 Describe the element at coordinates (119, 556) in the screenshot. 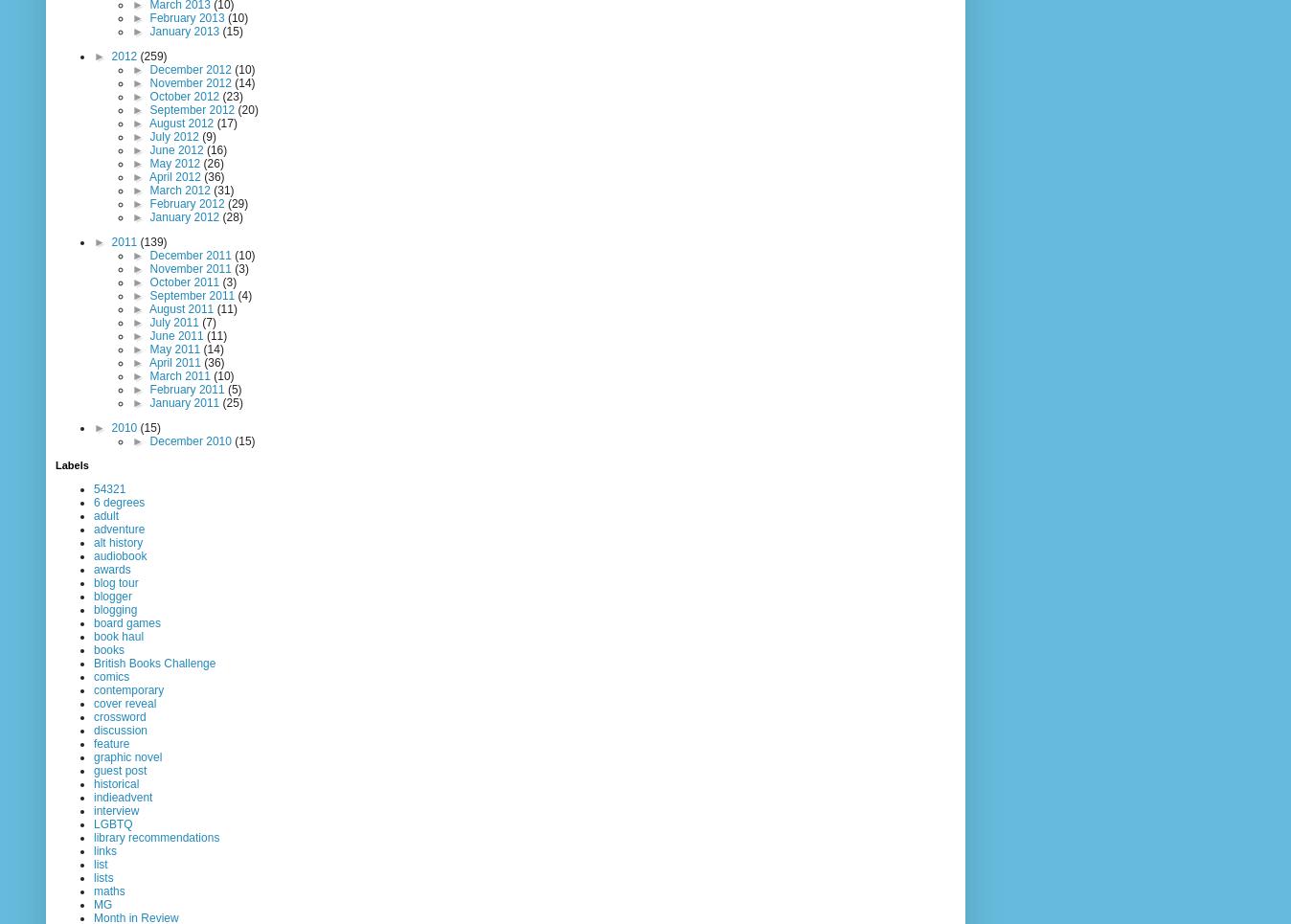

I see `'audiobook'` at that location.